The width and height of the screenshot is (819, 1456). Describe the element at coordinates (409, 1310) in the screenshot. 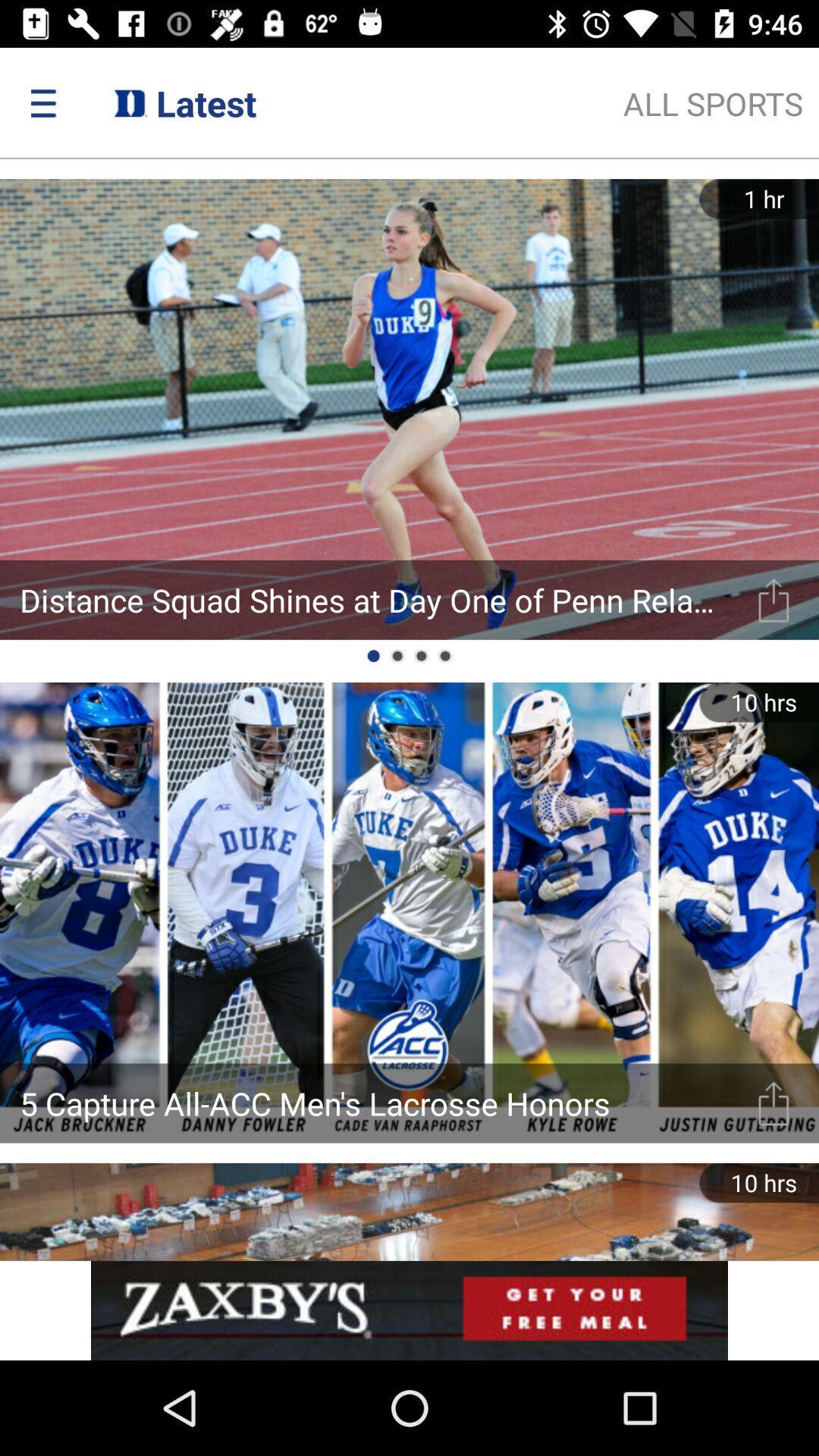

I see `advertisements website` at that location.